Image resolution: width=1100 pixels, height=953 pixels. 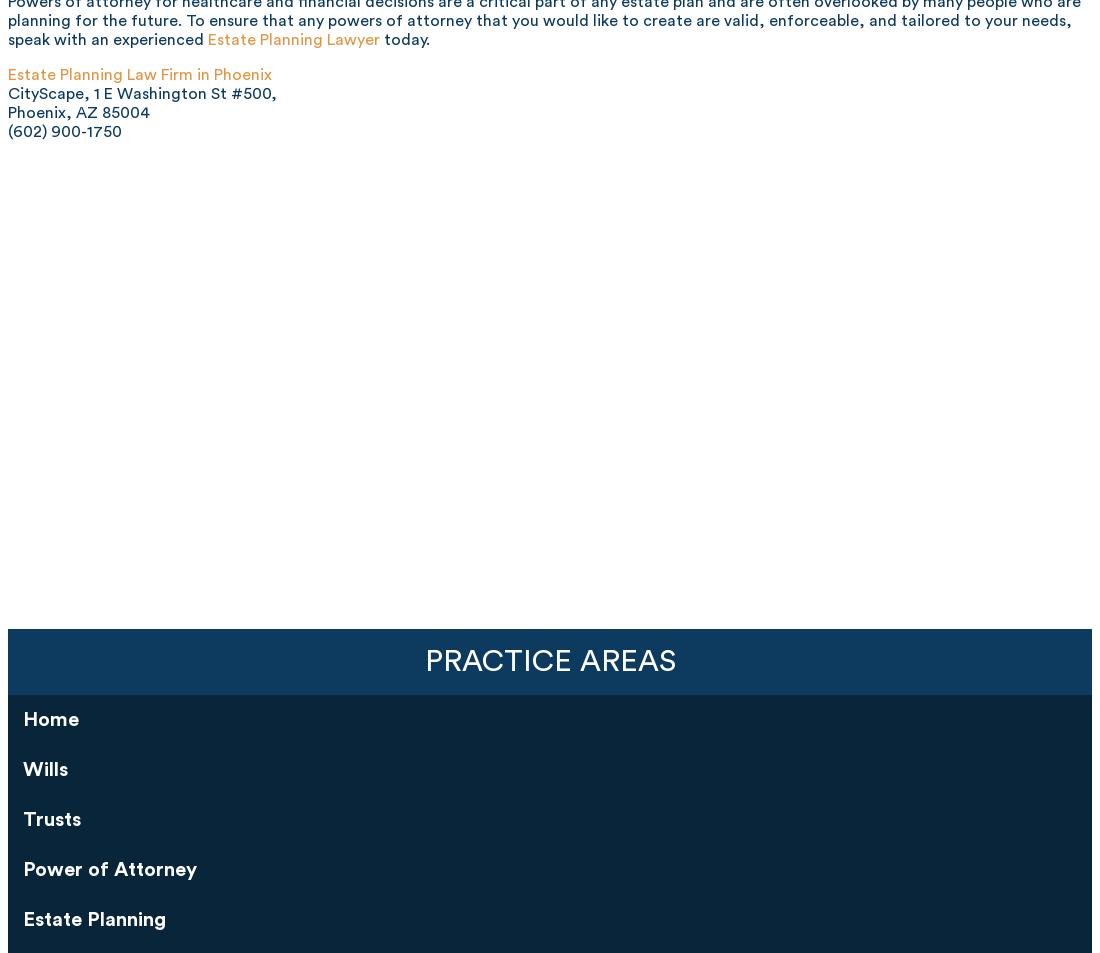 I want to click on 'Home', so click(x=50, y=719).